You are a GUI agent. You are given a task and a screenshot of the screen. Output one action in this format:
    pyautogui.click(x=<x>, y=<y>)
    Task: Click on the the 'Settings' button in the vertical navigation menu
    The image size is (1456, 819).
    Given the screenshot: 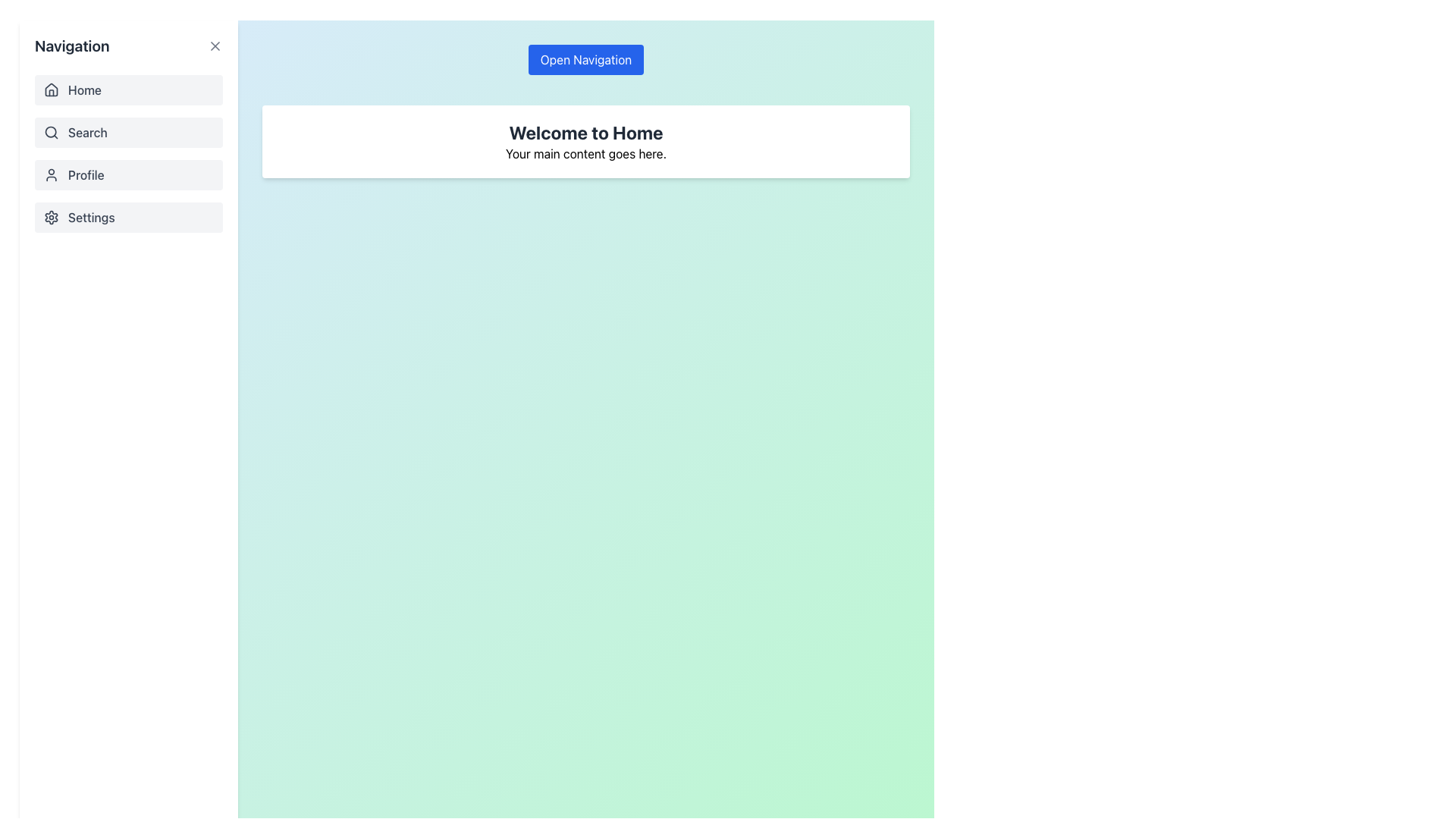 What is the action you would take?
    pyautogui.click(x=128, y=217)
    